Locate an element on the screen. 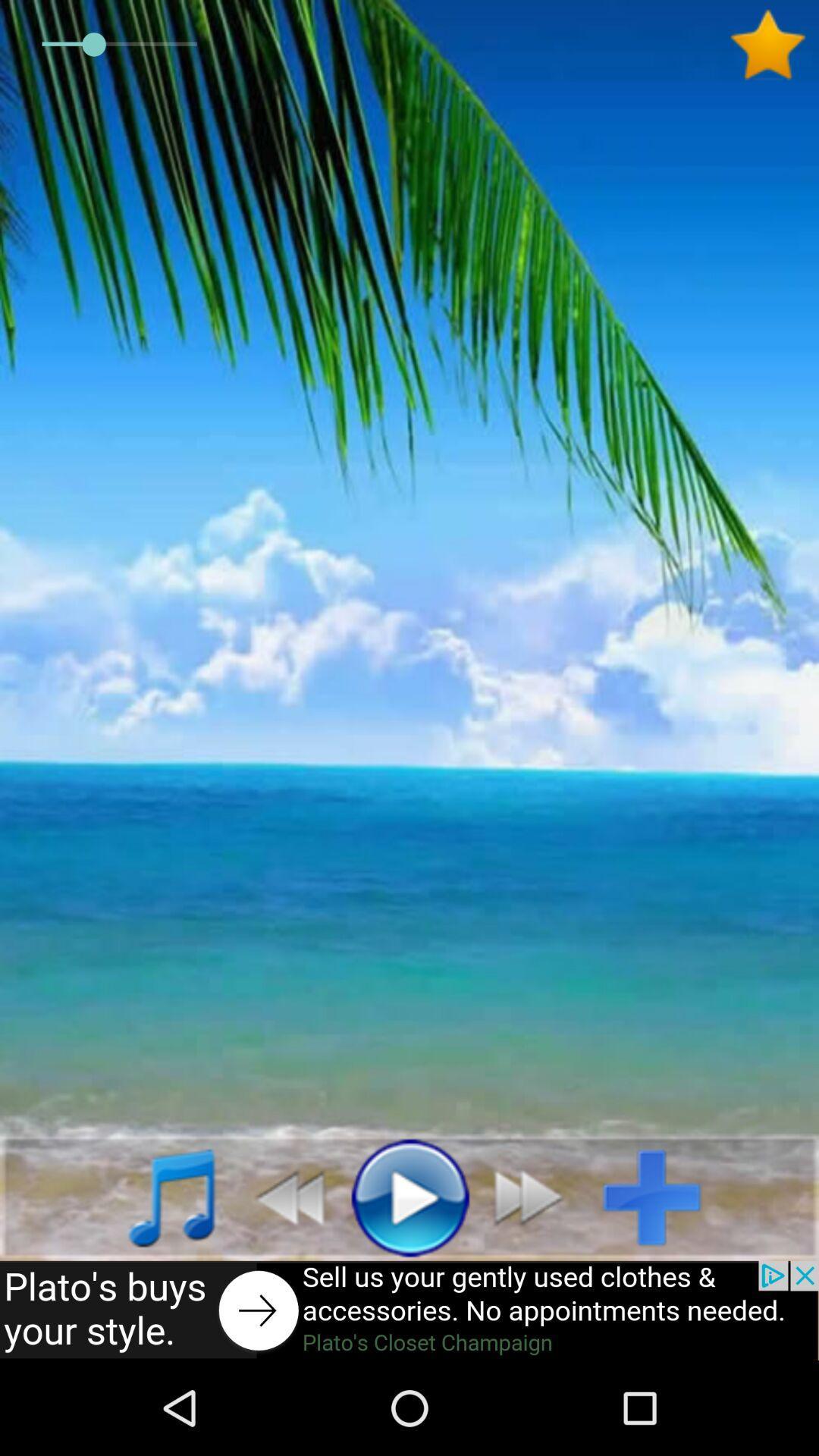 The image size is (819, 1456). the add icon is located at coordinates (663, 1196).